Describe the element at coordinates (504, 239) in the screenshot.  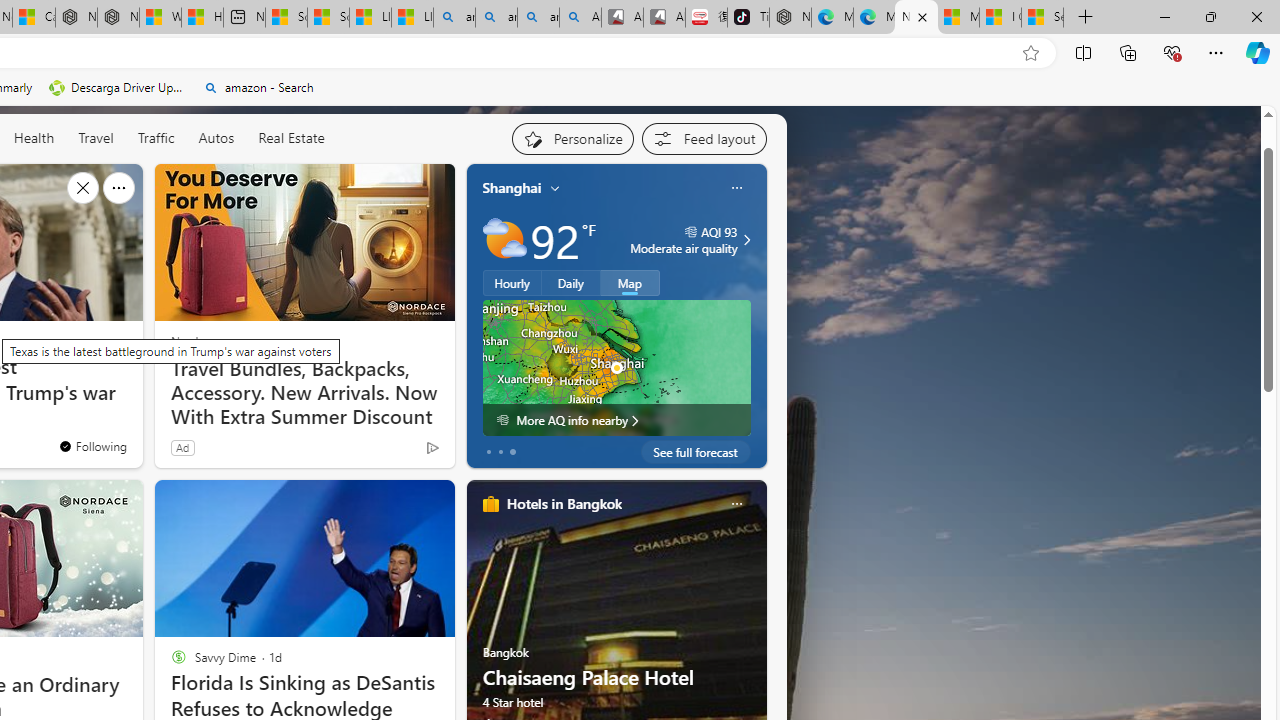
I see `'Partly sunny'` at that location.